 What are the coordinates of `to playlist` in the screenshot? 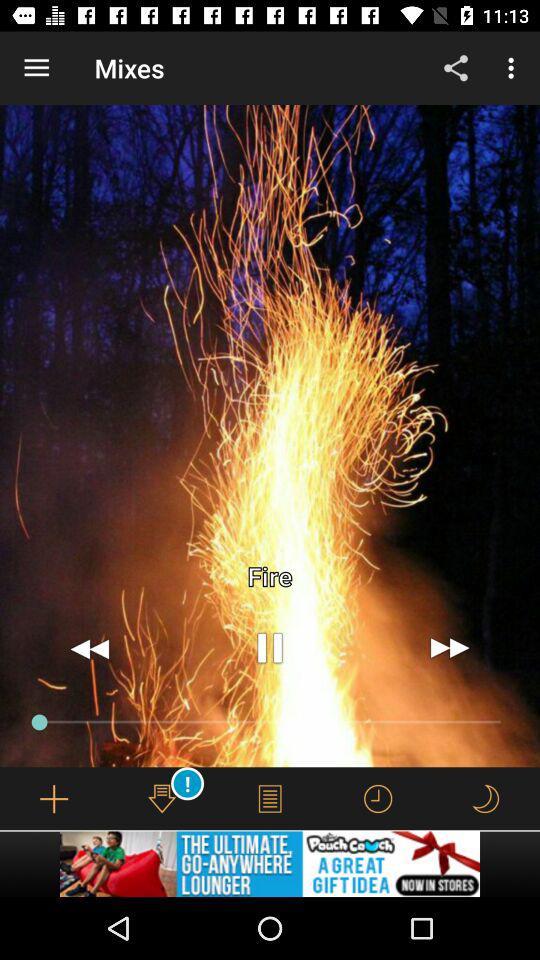 It's located at (54, 798).